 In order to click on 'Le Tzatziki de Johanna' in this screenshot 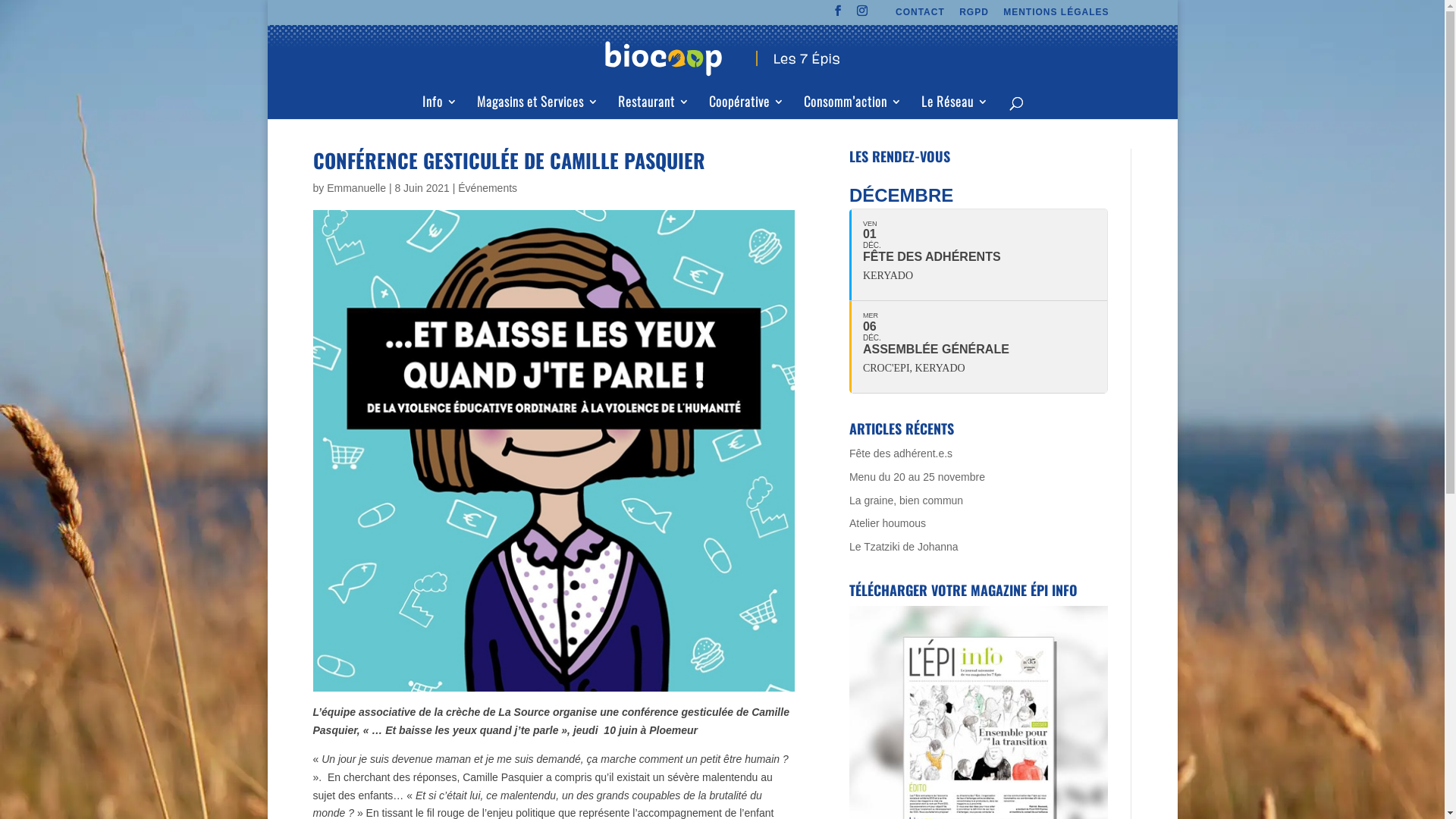, I will do `click(903, 547)`.